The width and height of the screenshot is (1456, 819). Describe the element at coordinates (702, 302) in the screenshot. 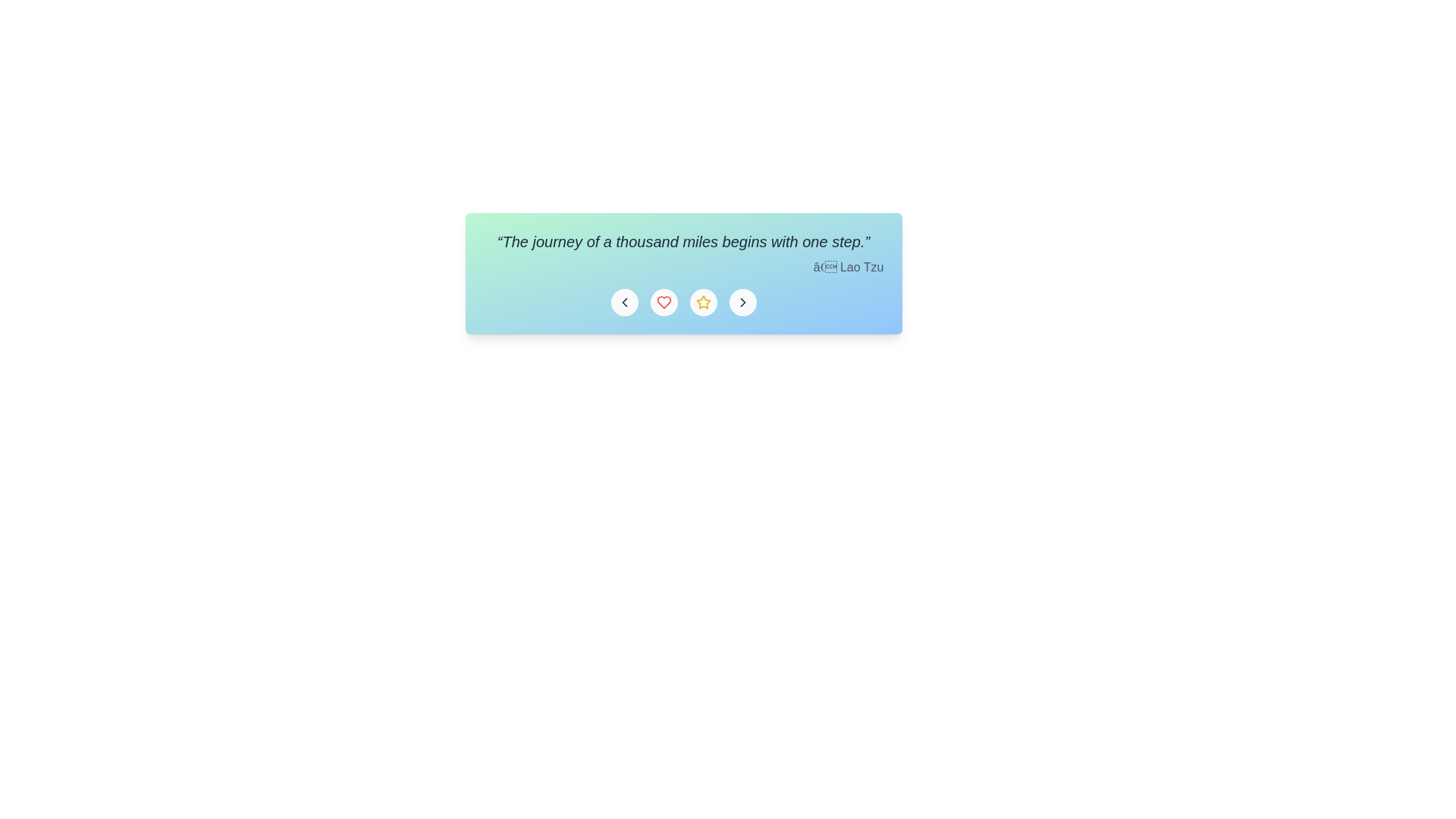

I see `the yellow five-pointed star icon located centrally at the bottom of the interface` at that location.